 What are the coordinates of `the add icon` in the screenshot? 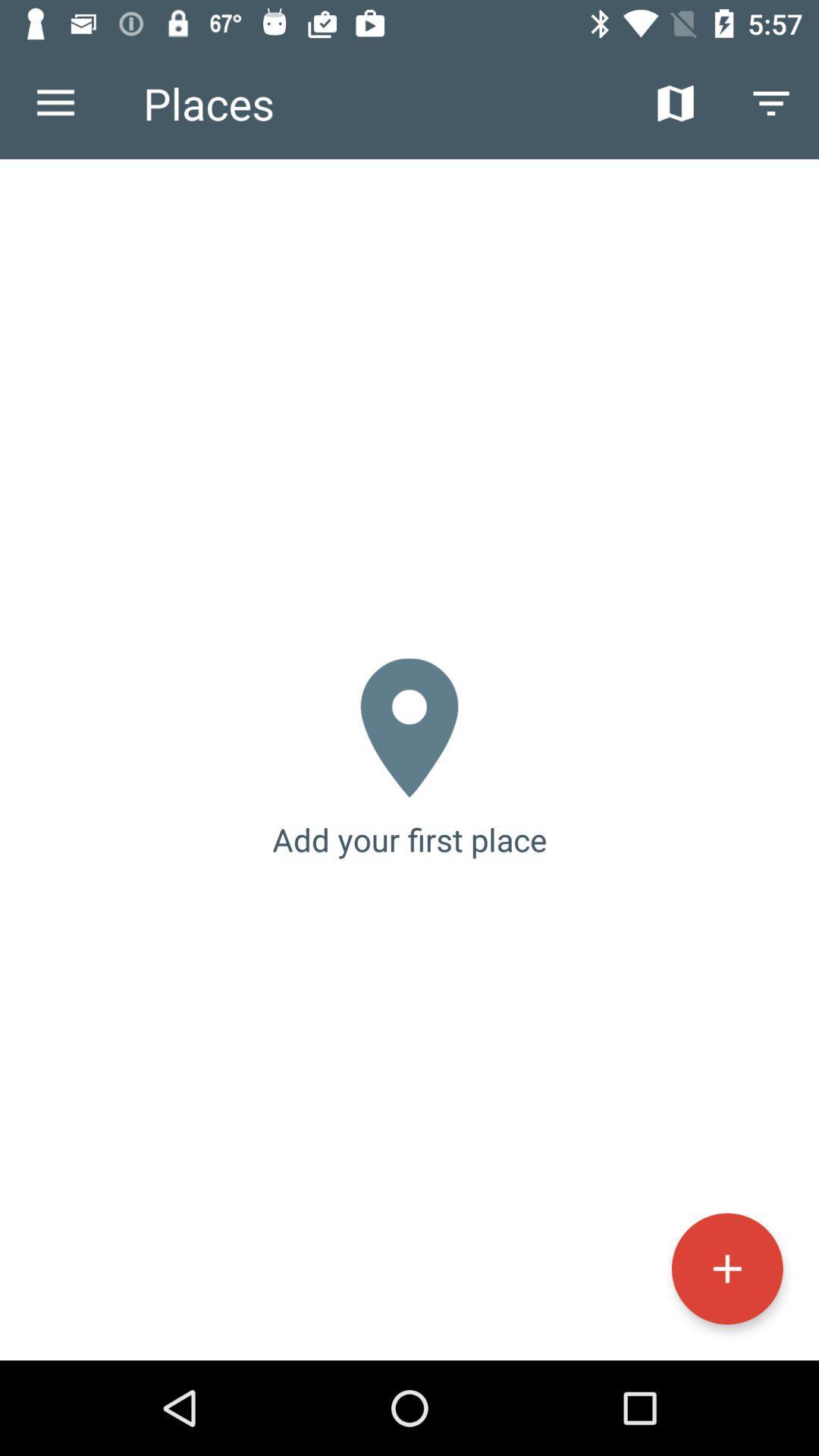 It's located at (726, 1269).